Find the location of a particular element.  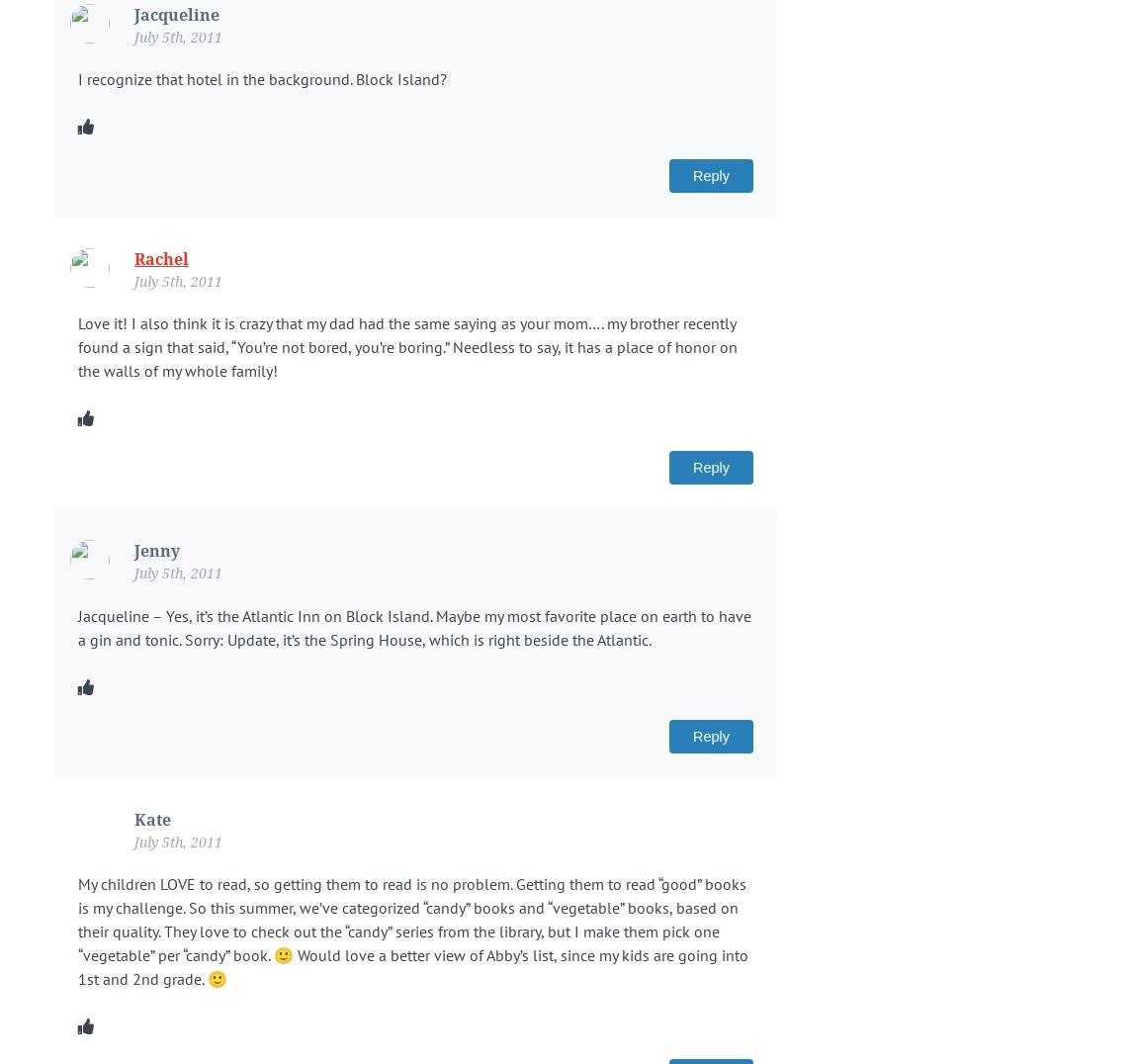

'Jenny' is located at coordinates (156, 550).